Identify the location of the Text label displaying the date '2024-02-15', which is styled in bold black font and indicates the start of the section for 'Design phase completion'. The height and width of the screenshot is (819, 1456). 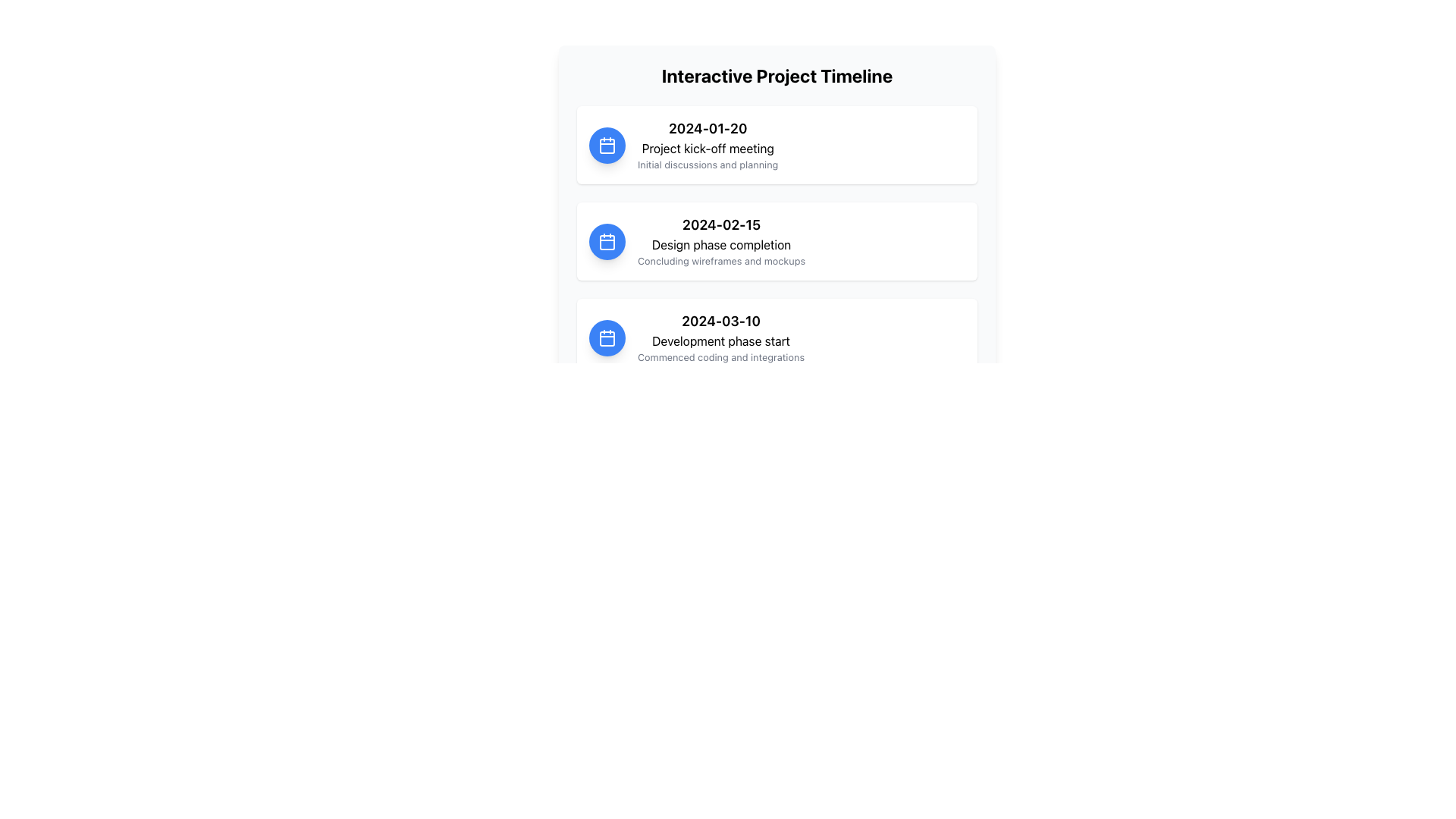
(720, 225).